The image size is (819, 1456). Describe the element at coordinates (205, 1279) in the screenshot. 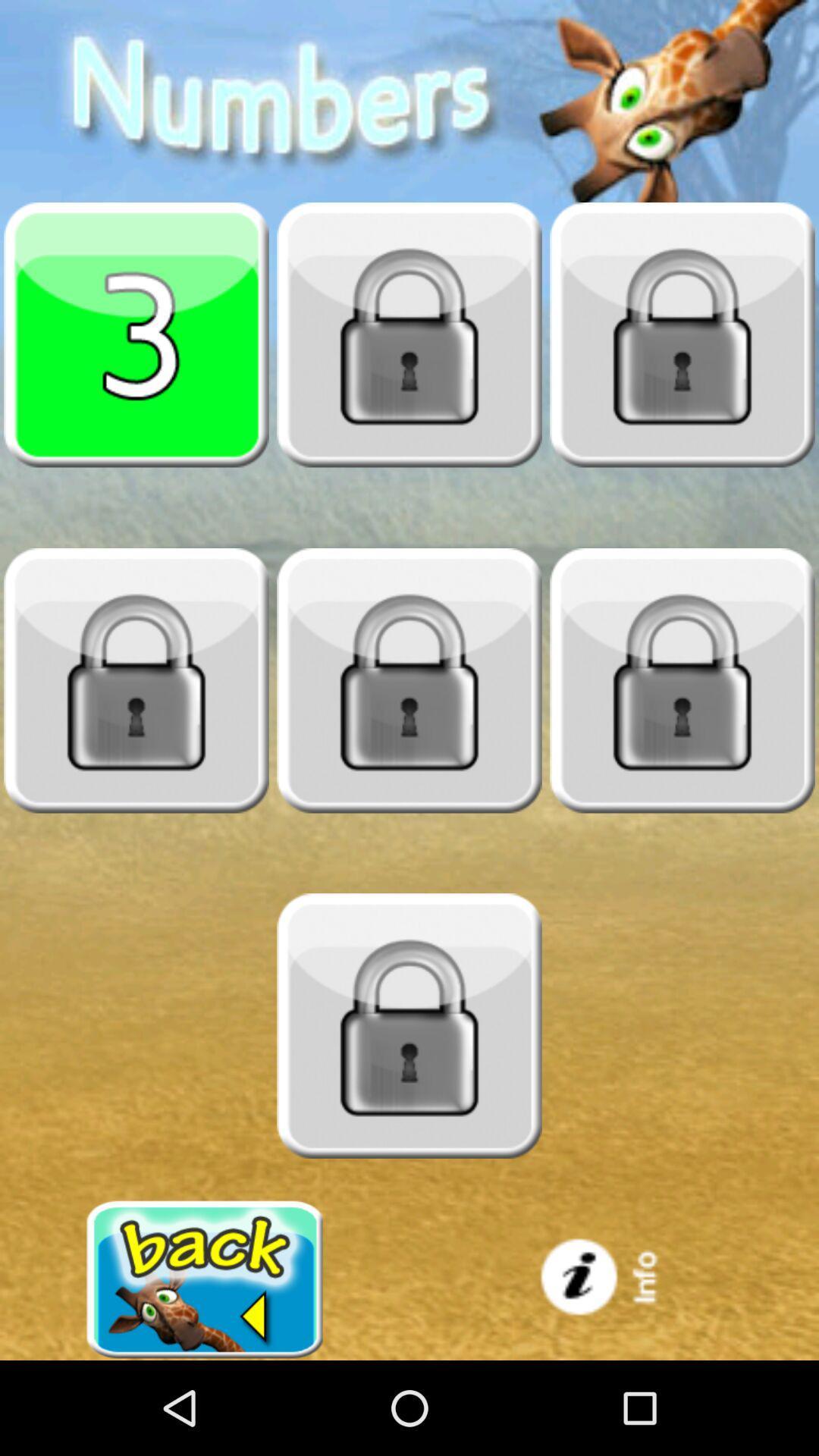

I see `back button` at that location.